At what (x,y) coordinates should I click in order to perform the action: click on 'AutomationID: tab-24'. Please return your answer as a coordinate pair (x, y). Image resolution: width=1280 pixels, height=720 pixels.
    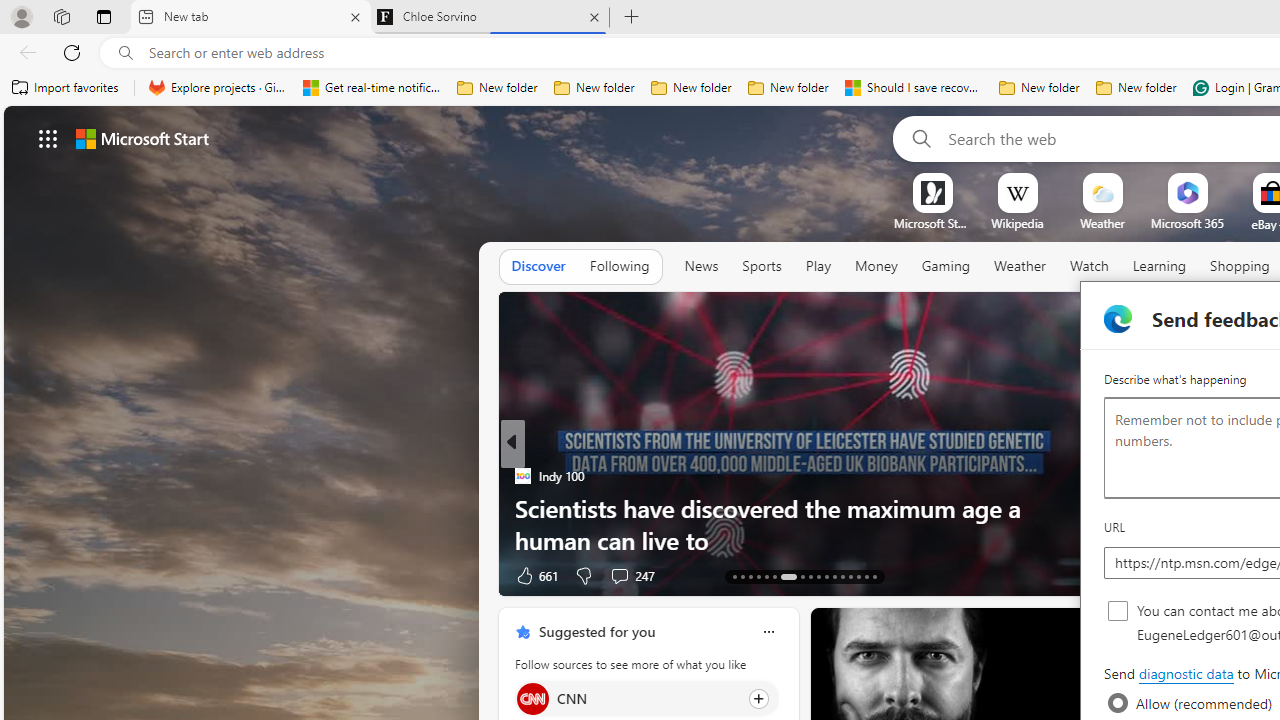
    Looking at the image, I should click on (833, 577).